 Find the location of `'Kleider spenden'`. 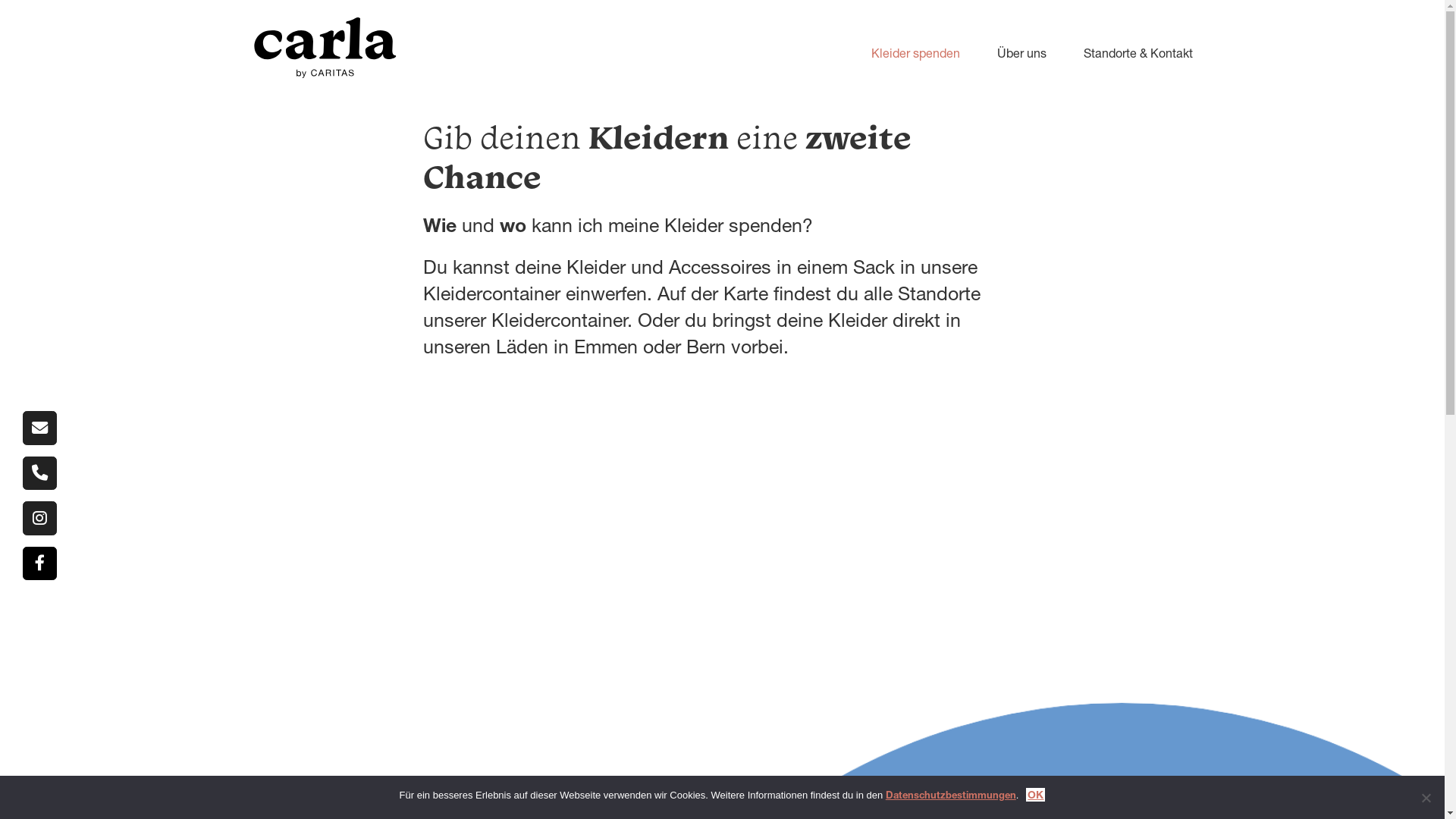

'Kleider spenden' is located at coordinates (839, 52).